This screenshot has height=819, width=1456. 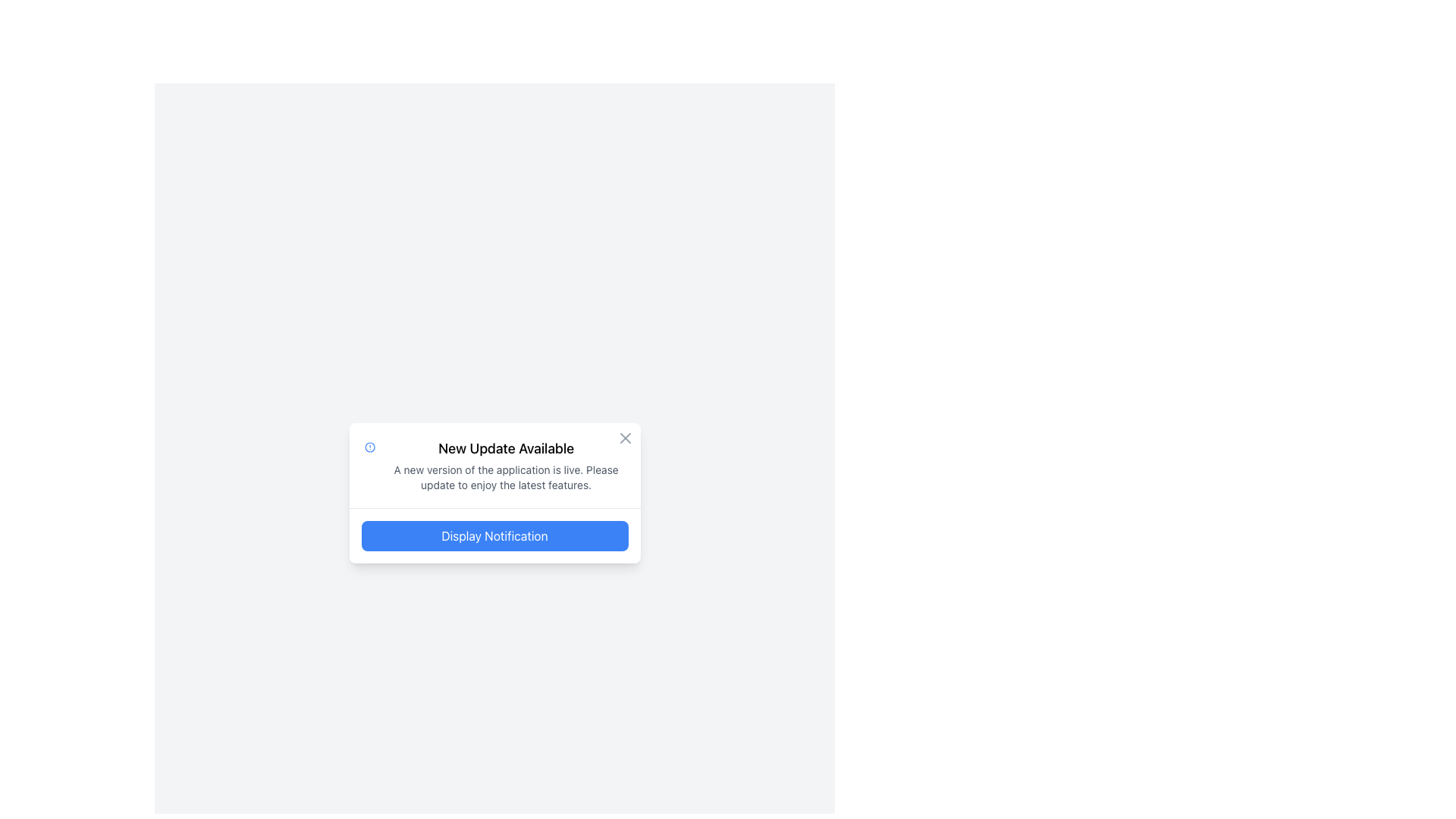 What do you see at coordinates (494, 535) in the screenshot?
I see `the 'Display Notification' button using keyboard navigation` at bounding box center [494, 535].